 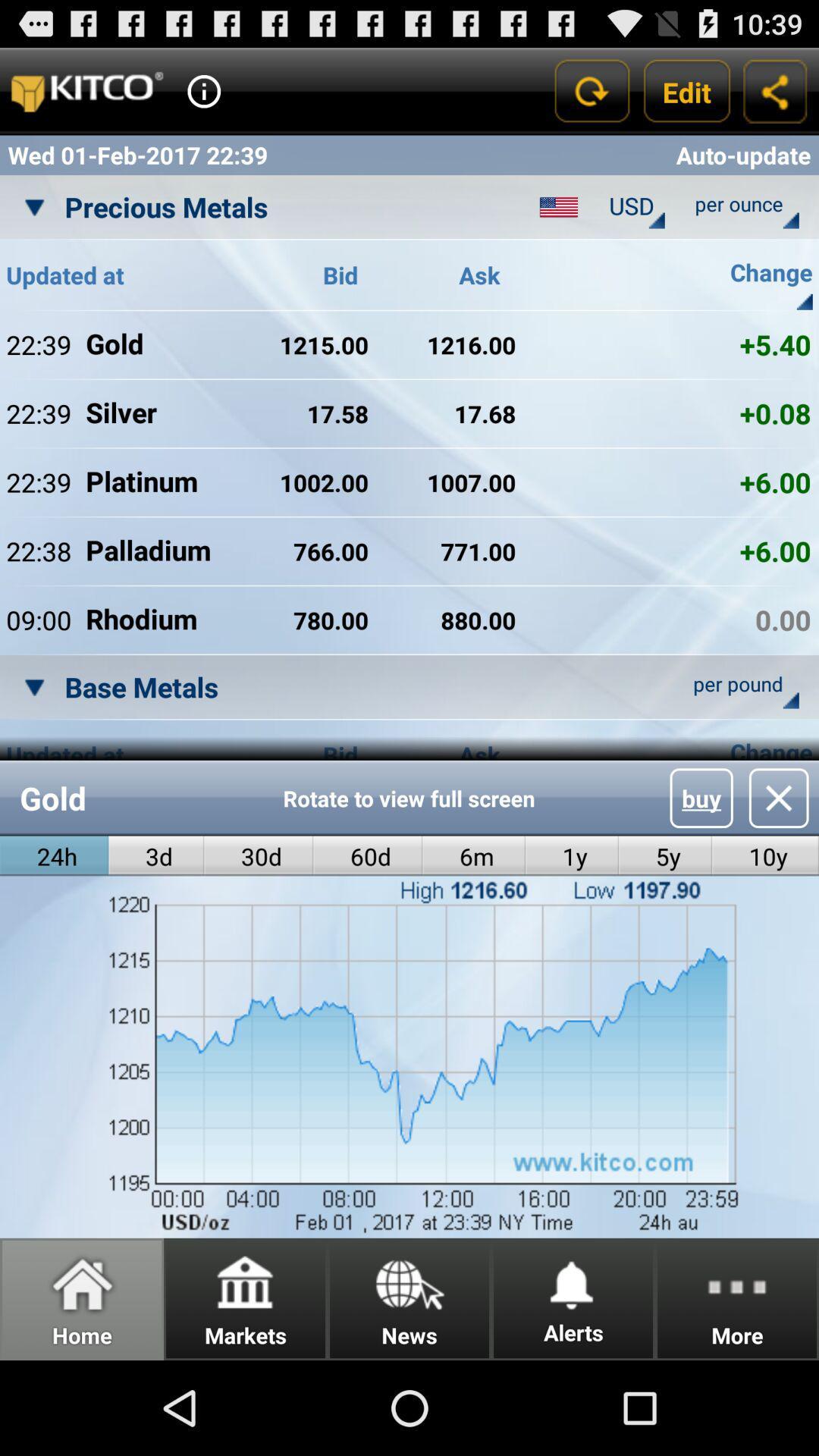 I want to click on more information, so click(x=203, y=90).